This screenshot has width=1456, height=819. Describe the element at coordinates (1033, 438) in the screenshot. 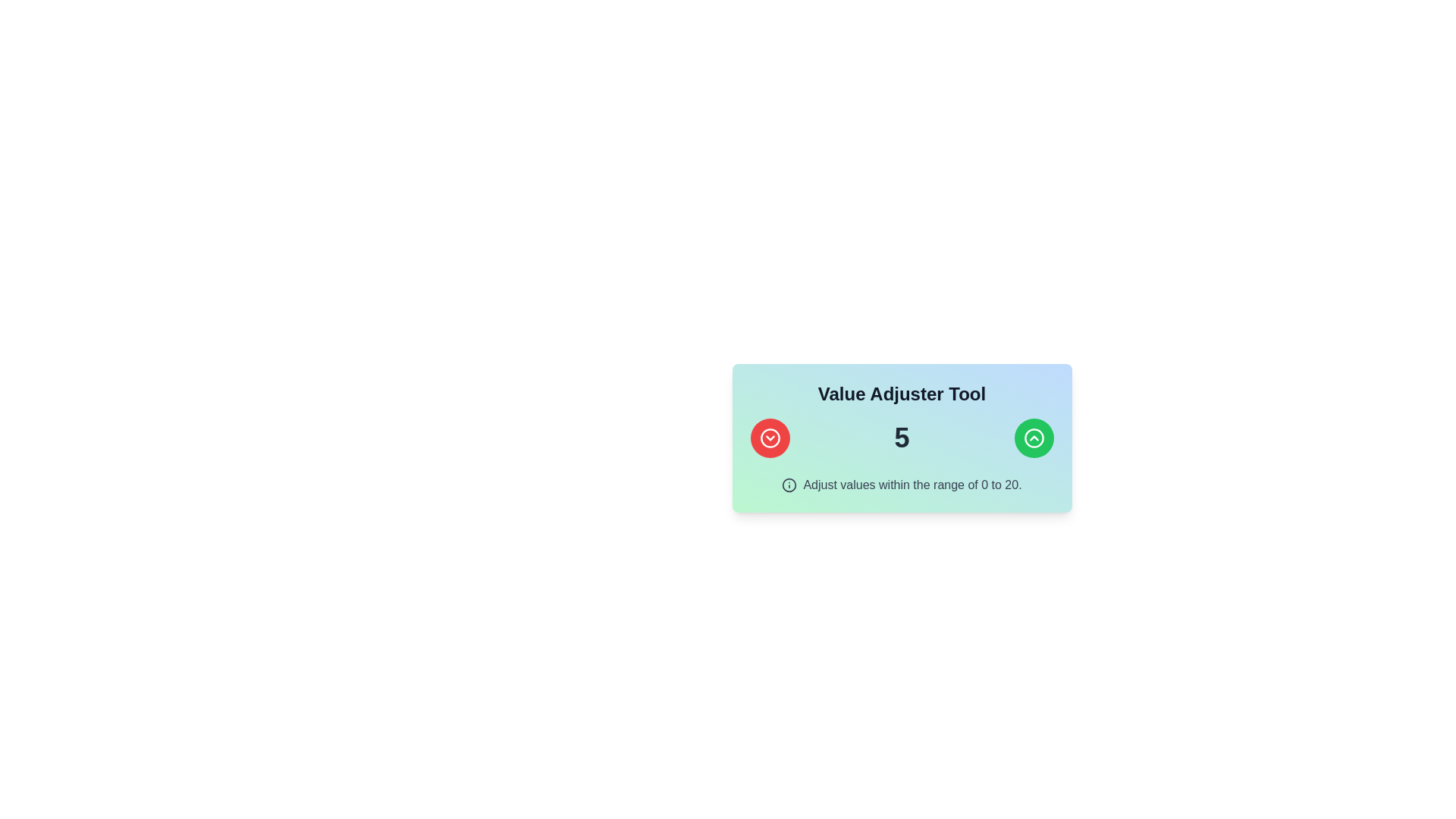

I see `the SVG Circle that has a white outline and green fill, located within the 'Value Adjuster Tool' card at the bottom right` at that location.